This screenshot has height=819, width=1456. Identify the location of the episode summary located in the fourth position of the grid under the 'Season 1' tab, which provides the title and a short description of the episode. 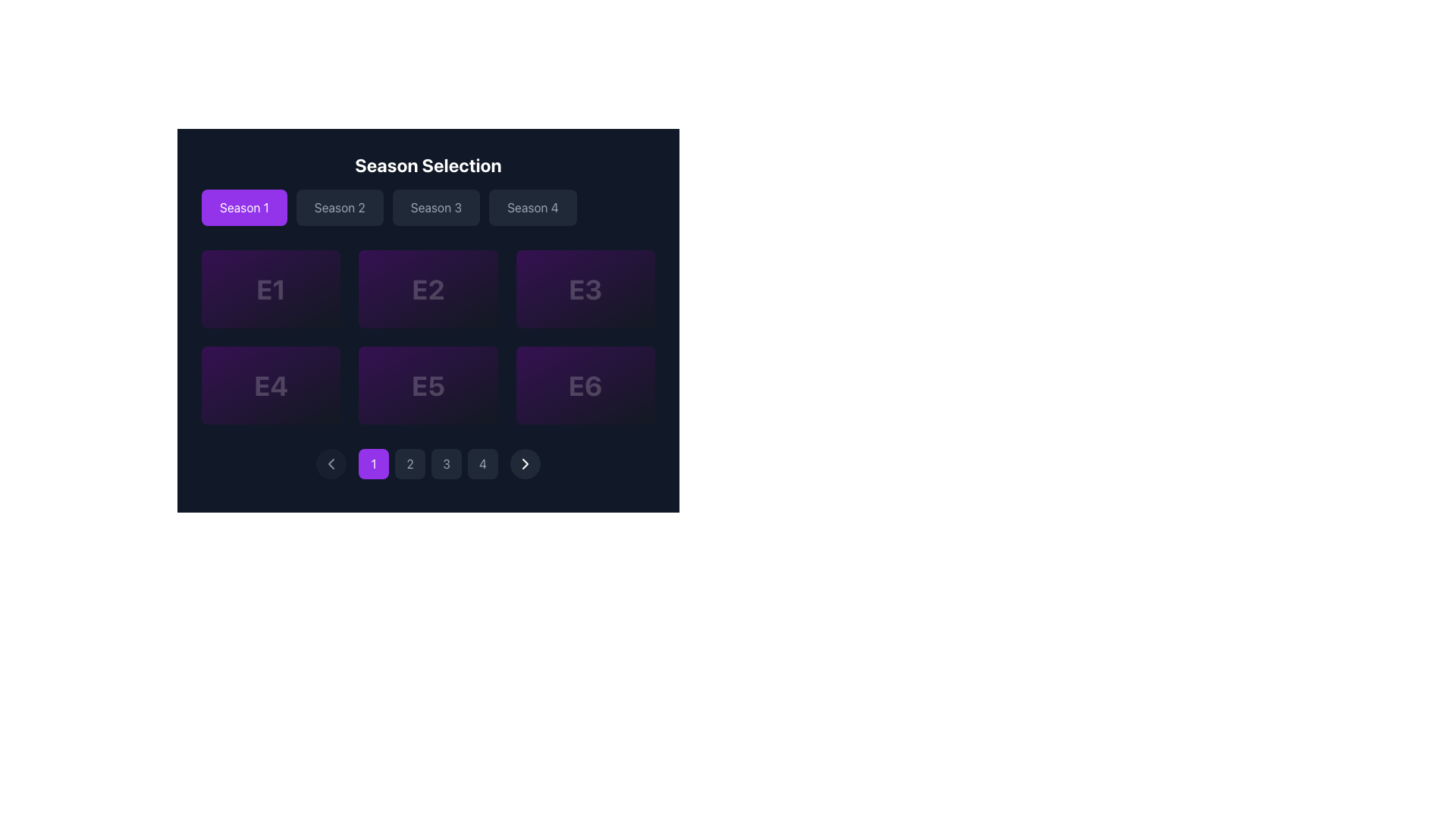
(271, 393).